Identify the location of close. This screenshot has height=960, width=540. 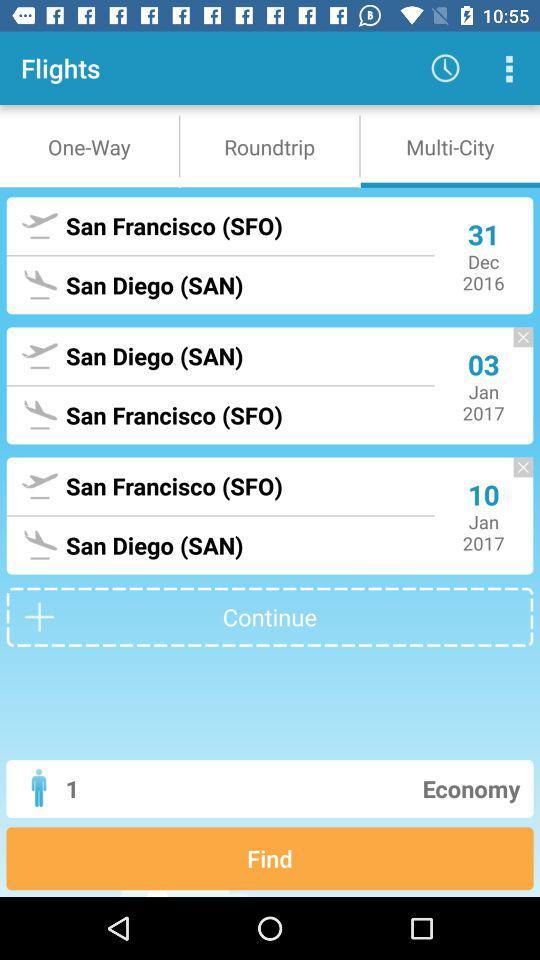
(513, 477).